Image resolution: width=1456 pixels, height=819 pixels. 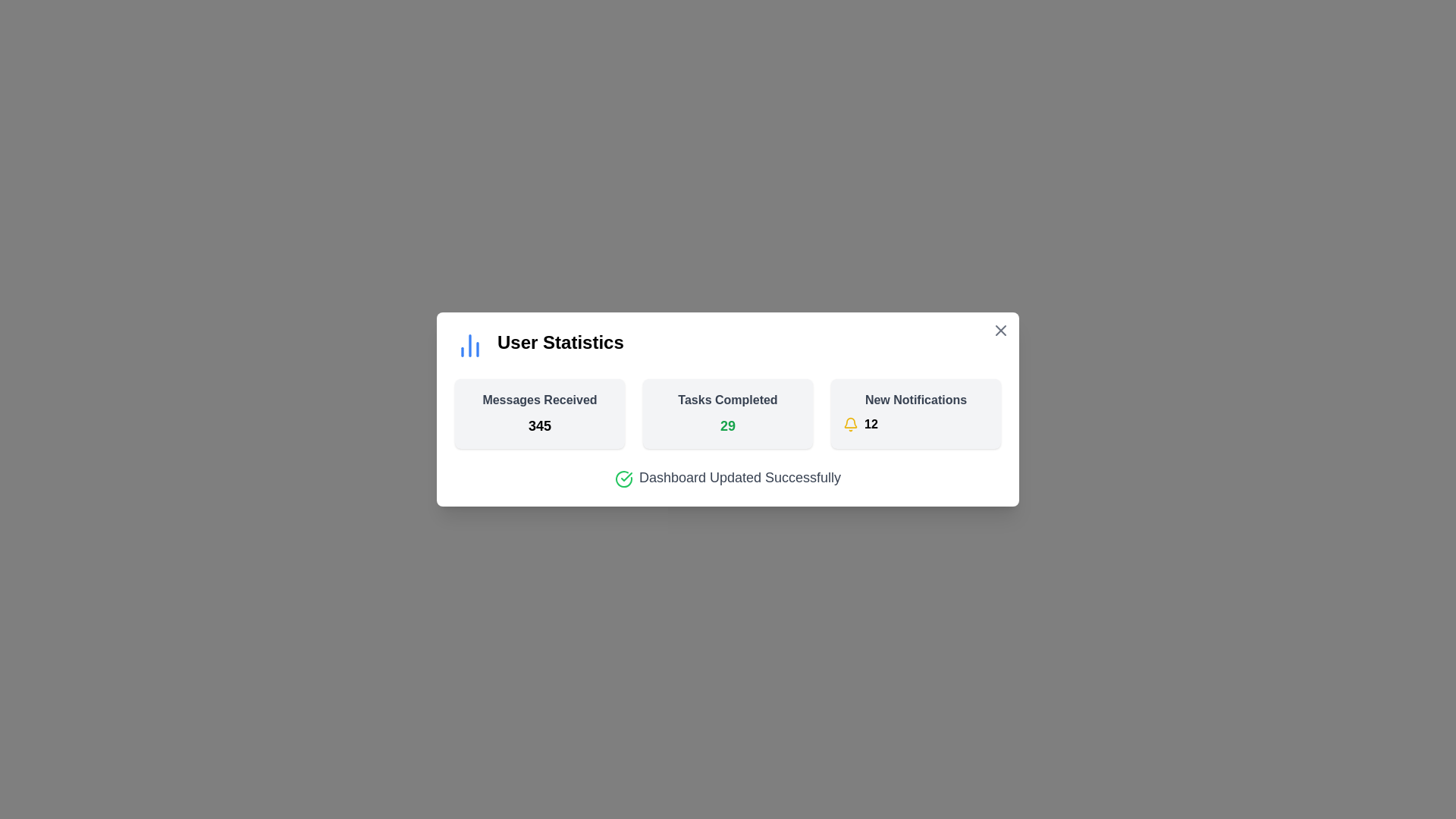 I want to click on the vertical bar chart icon, which is styled with three blue bars of varying heights, located to the left of the 'User Statistics' title, so click(x=469, y=345).